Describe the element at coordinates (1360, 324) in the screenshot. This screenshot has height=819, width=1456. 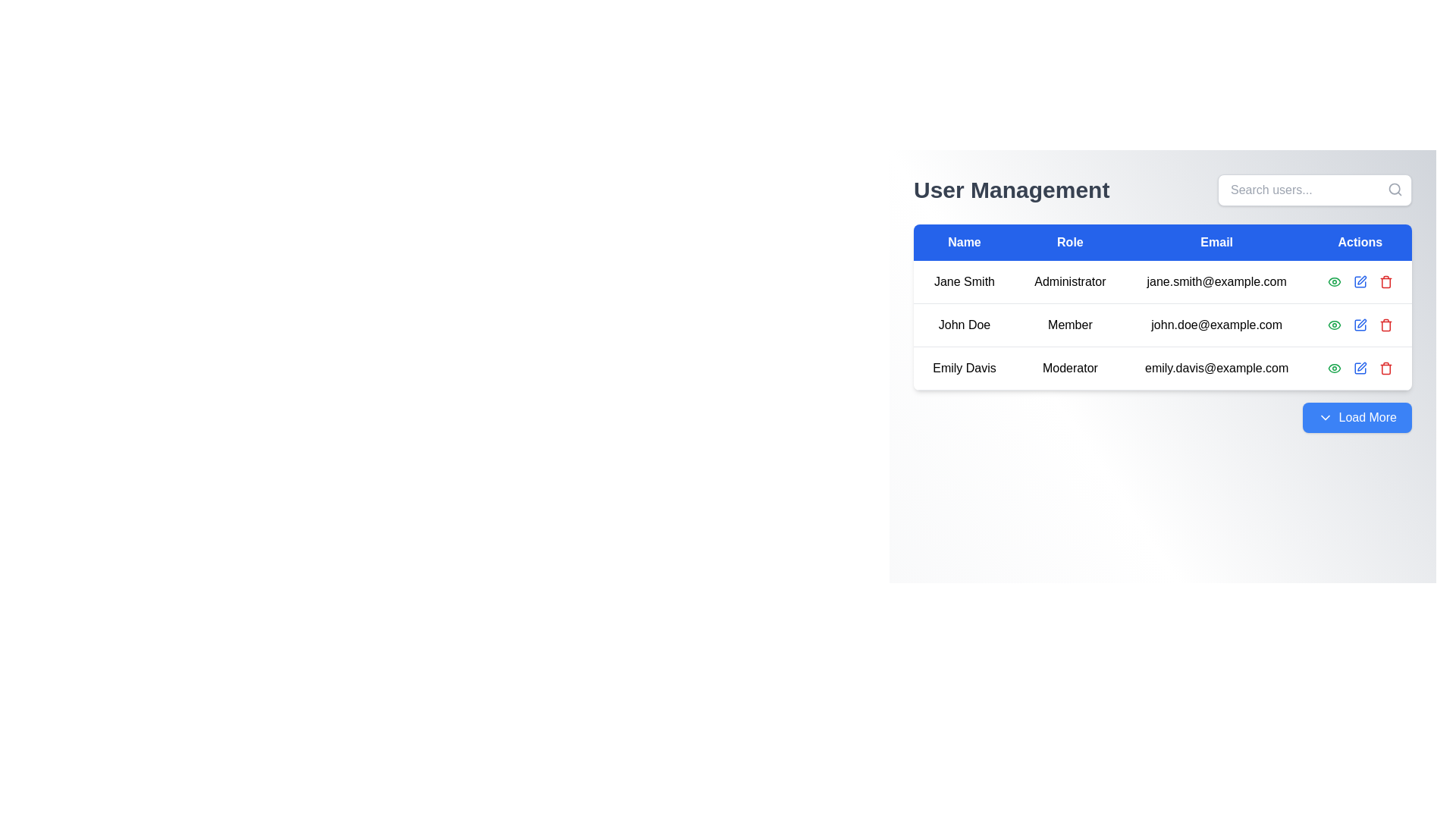
I see `the blue edit tool icon in the 'Actions' column corresponding to 'John Doe'` at that location.